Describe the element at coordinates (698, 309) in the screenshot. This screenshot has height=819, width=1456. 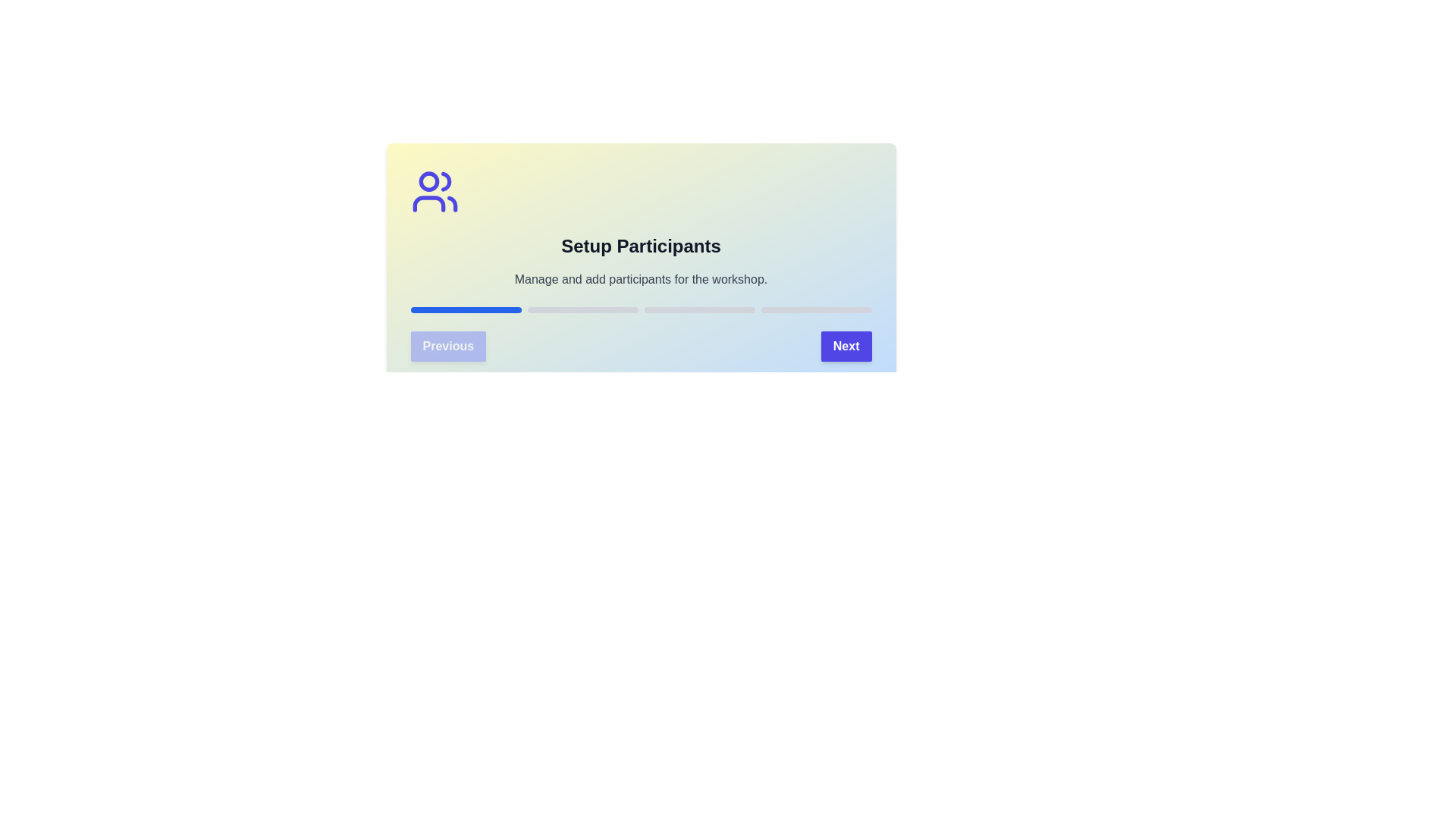
I see `the progress bar segment corresponding to stage 3` at that location.